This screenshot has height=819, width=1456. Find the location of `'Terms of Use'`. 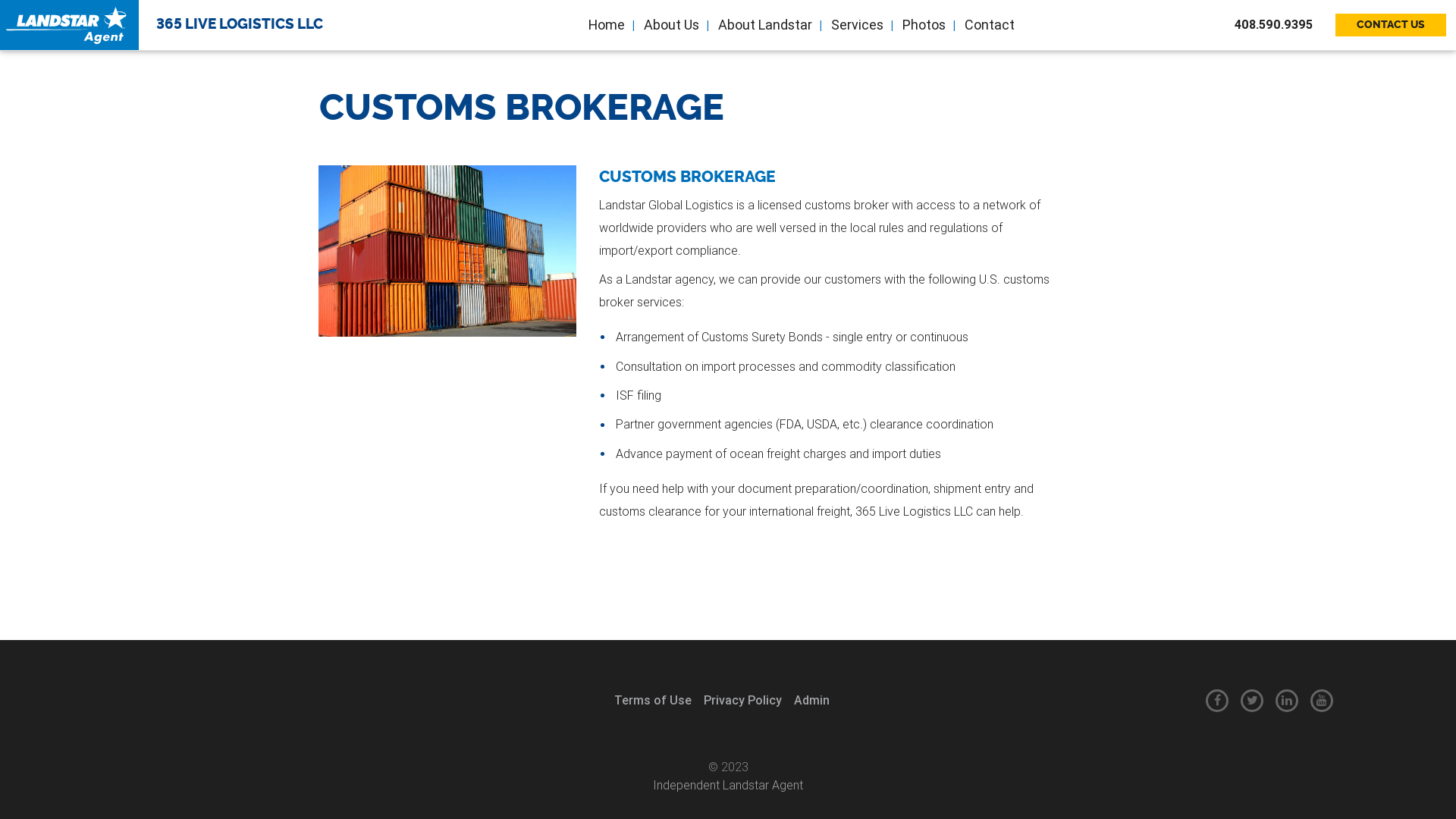

'Terms of Use' is located at coordinates (652, 701).